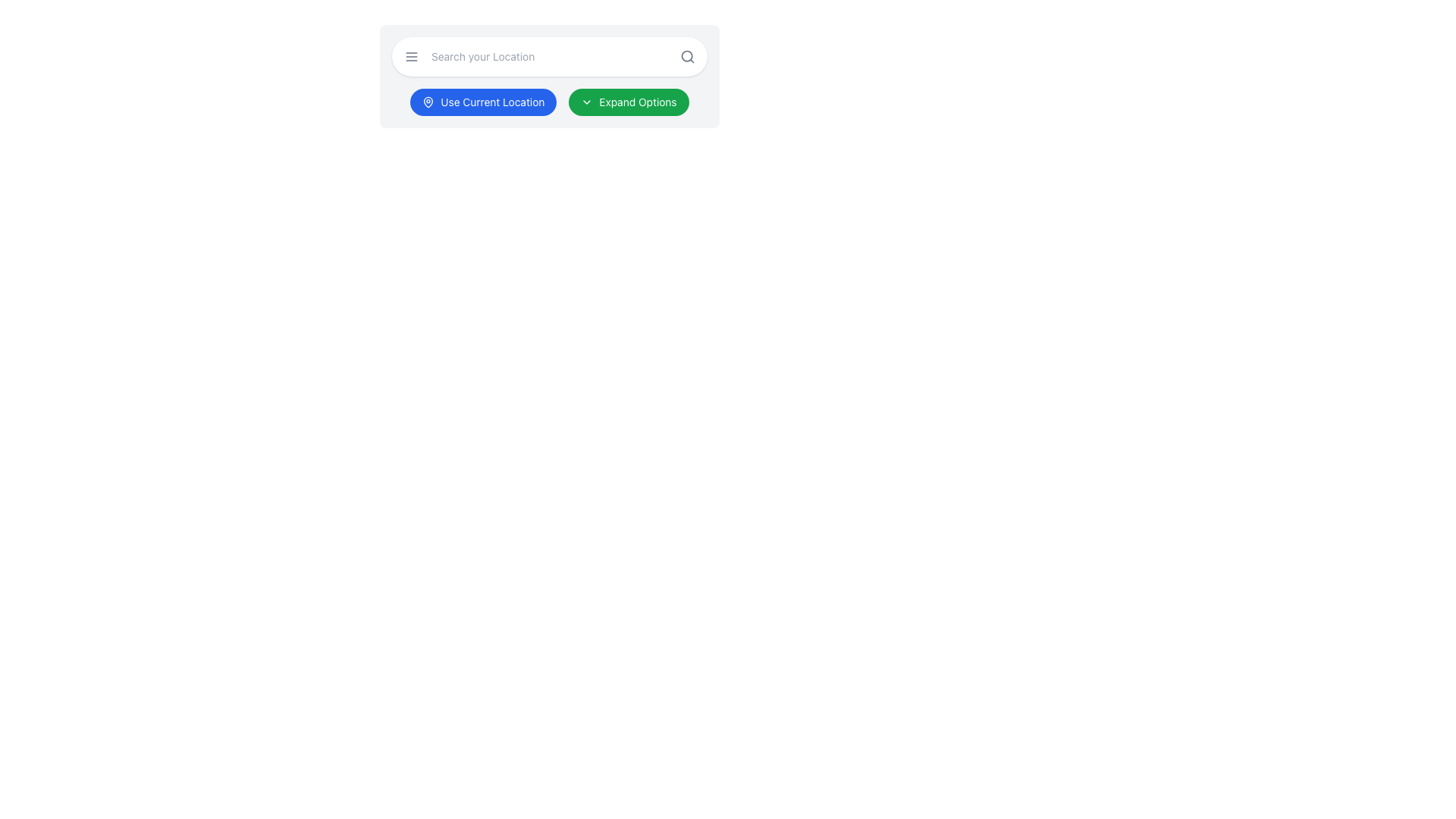 This screenshot has height=819, width=1456. Describe the element at coordinates (629, 102) in the screenshot. I see `the second button in the toolbar section` at that location.